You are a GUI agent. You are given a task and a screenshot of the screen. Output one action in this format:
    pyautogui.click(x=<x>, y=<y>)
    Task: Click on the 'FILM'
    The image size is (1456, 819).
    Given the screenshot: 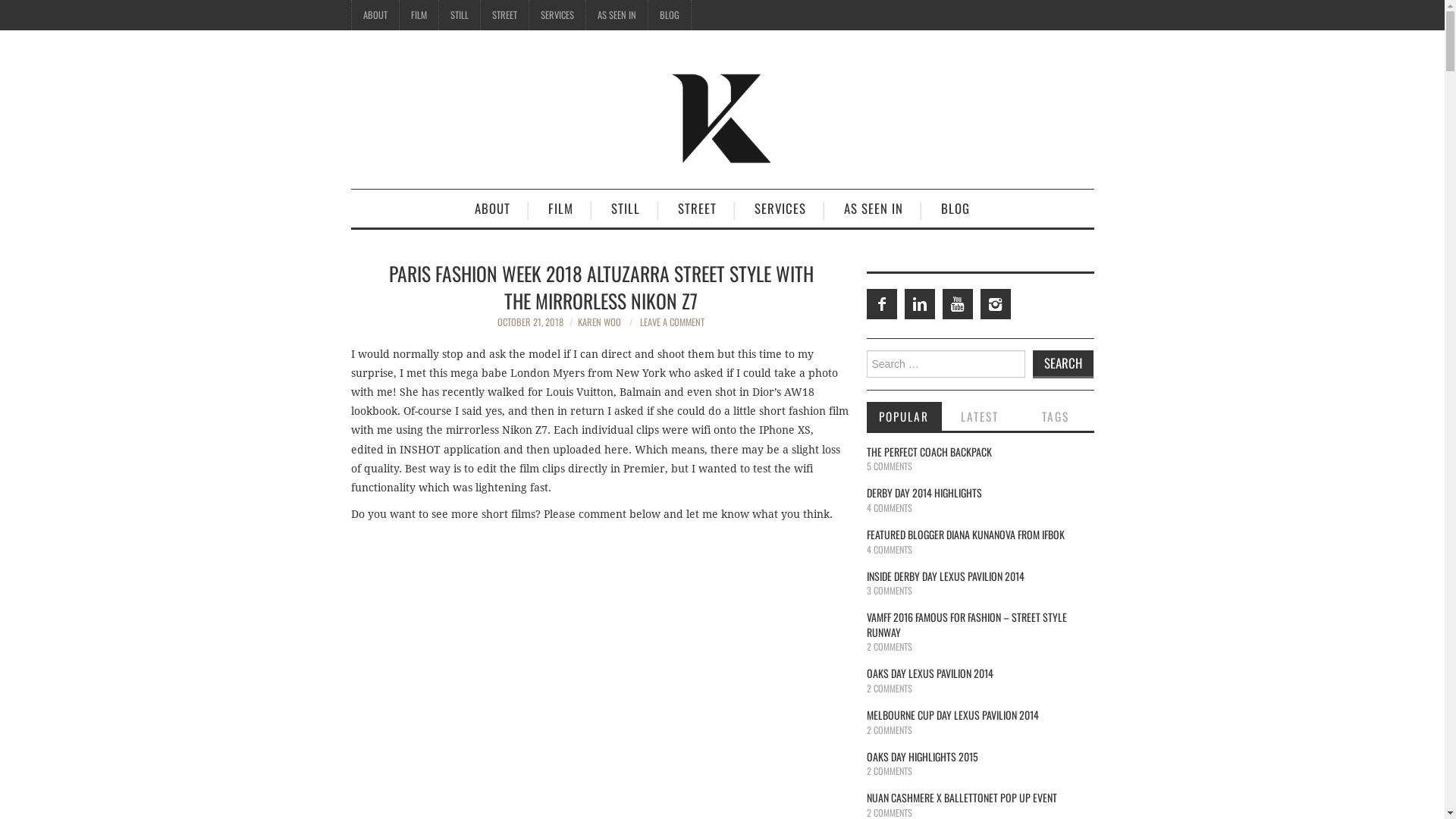 What is the action you would take?
    pyautogui.click(x=399, y=14)
    